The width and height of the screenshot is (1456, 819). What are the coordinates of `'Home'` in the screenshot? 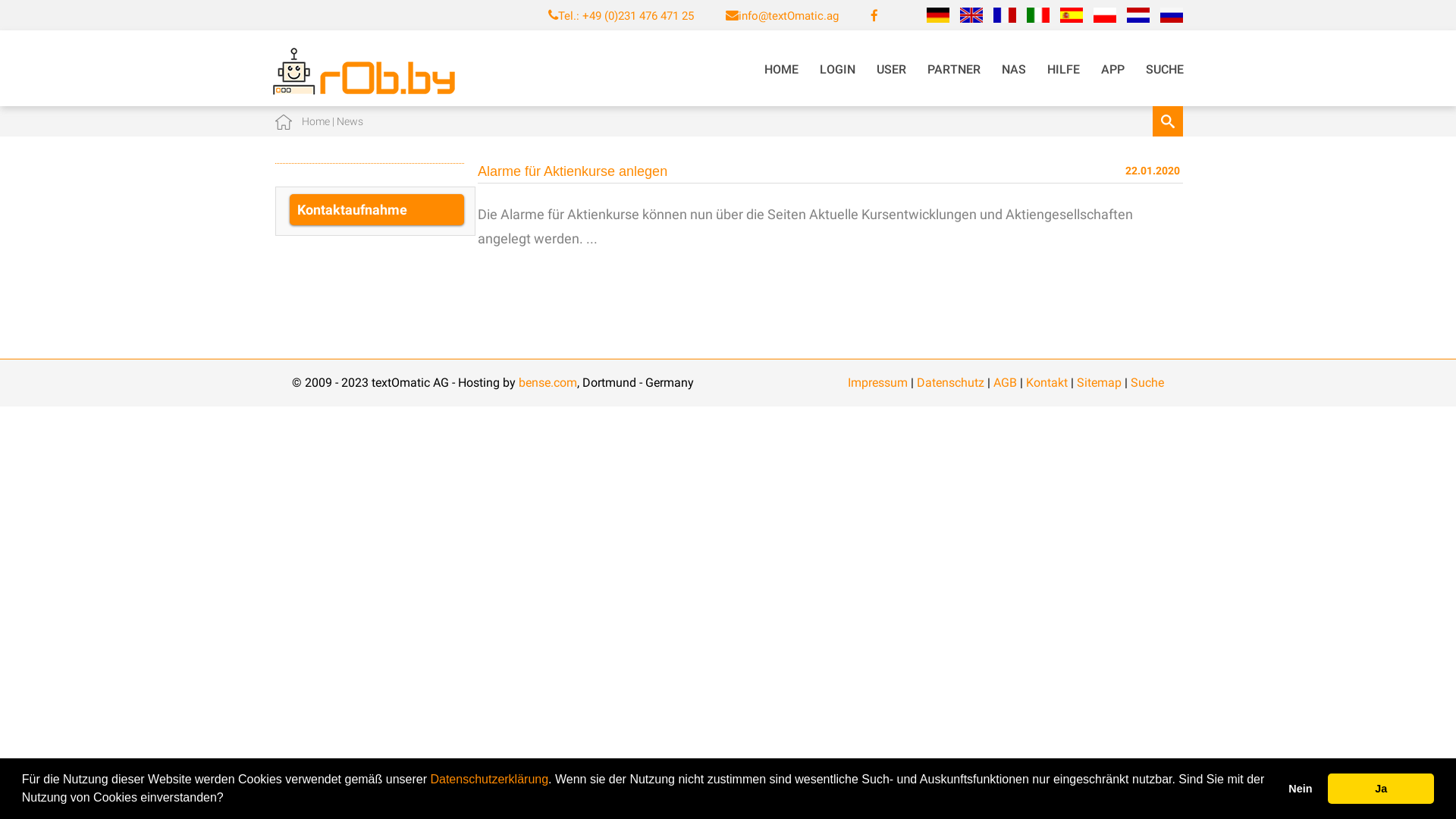 It's located at (315, 120).